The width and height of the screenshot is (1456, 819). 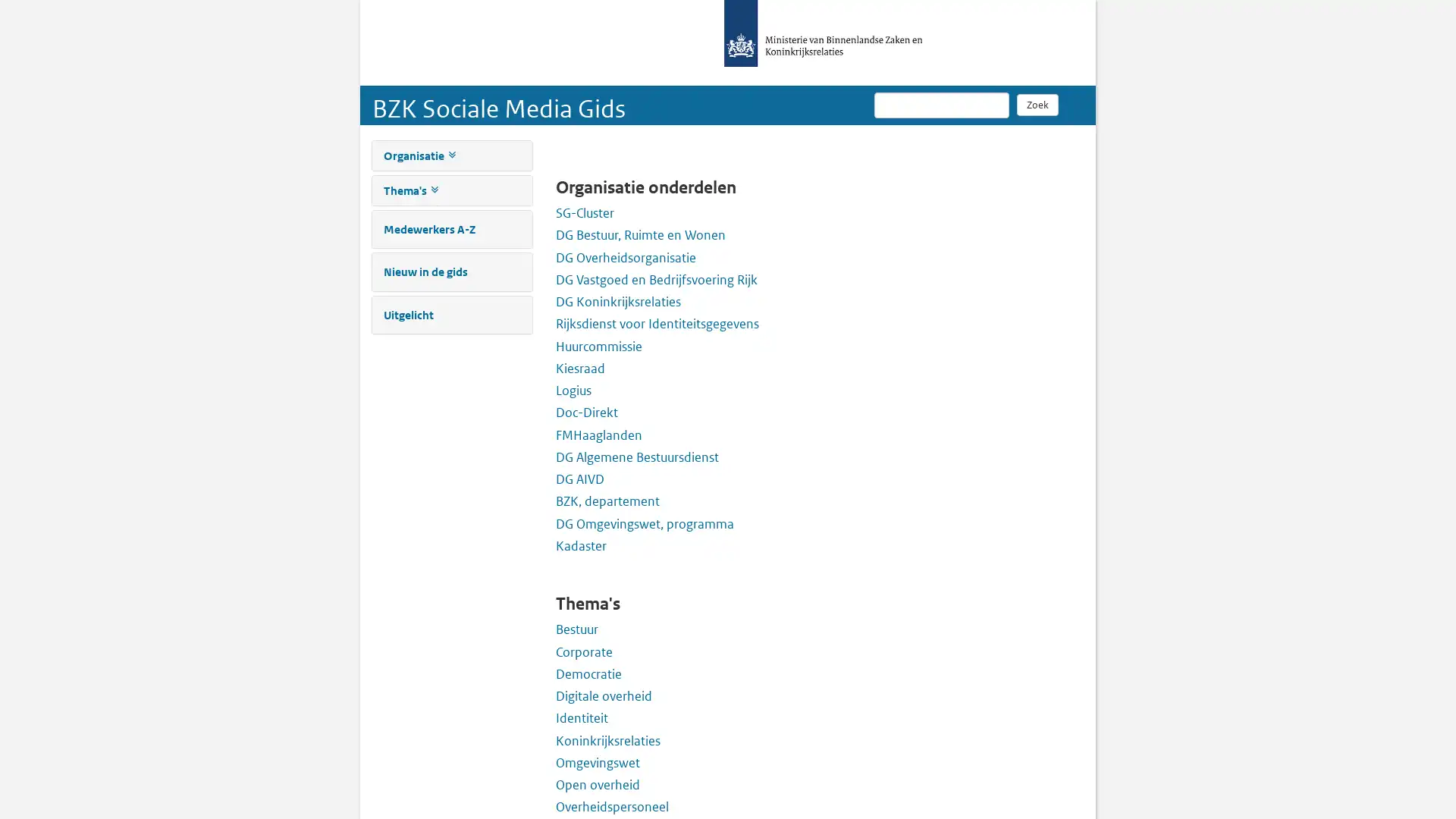 What do you see at coordinates (419, 155) in the screenshot?
I see `Organisatie` at bounding box center [419, 155].